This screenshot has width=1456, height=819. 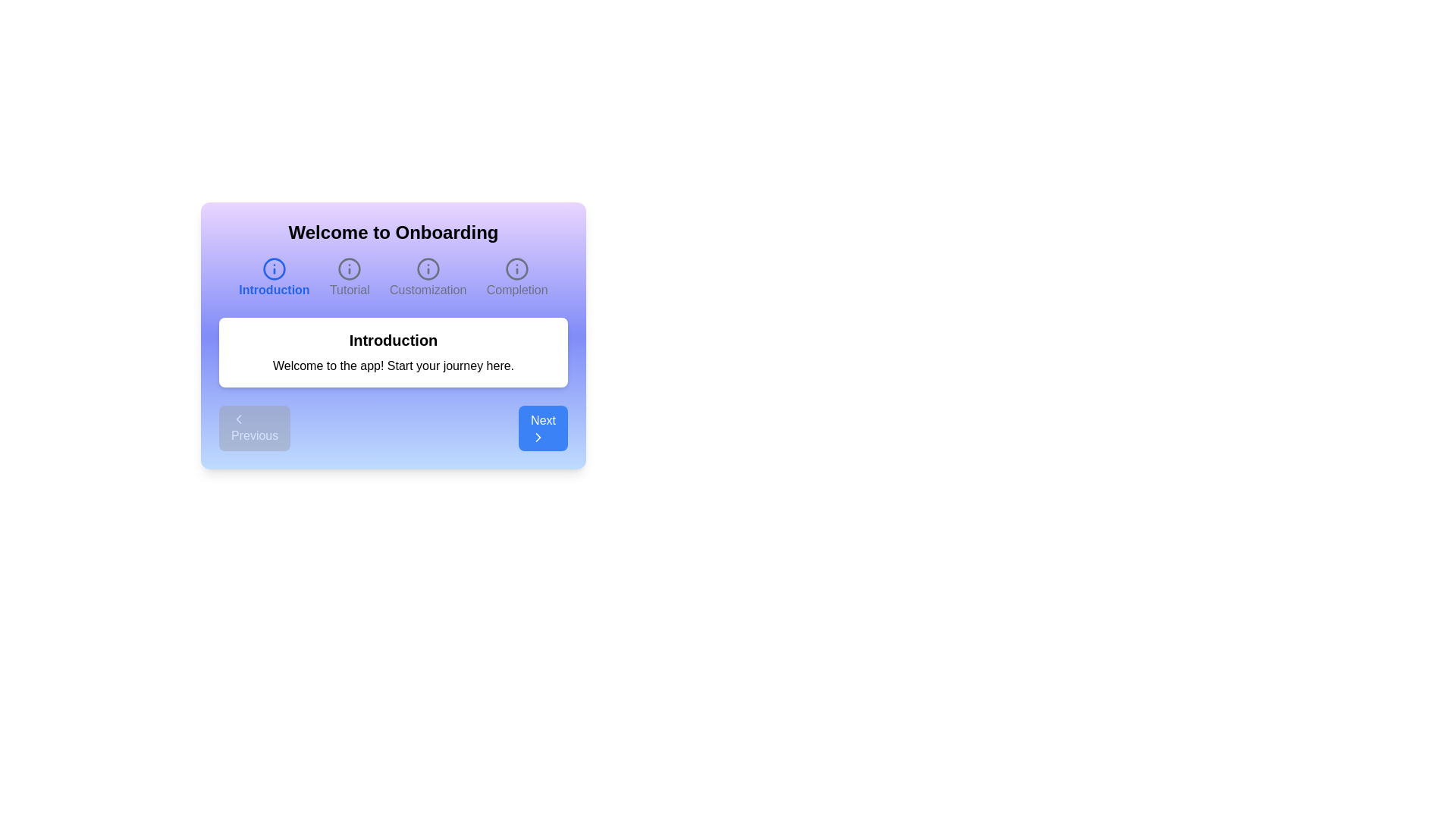 I want to click on the innermost circular shape of the first onboarding icon, positioned above the 'Introduction' label and below the 'Welcome to Onboarding' heading, so click(x=274, y=268).